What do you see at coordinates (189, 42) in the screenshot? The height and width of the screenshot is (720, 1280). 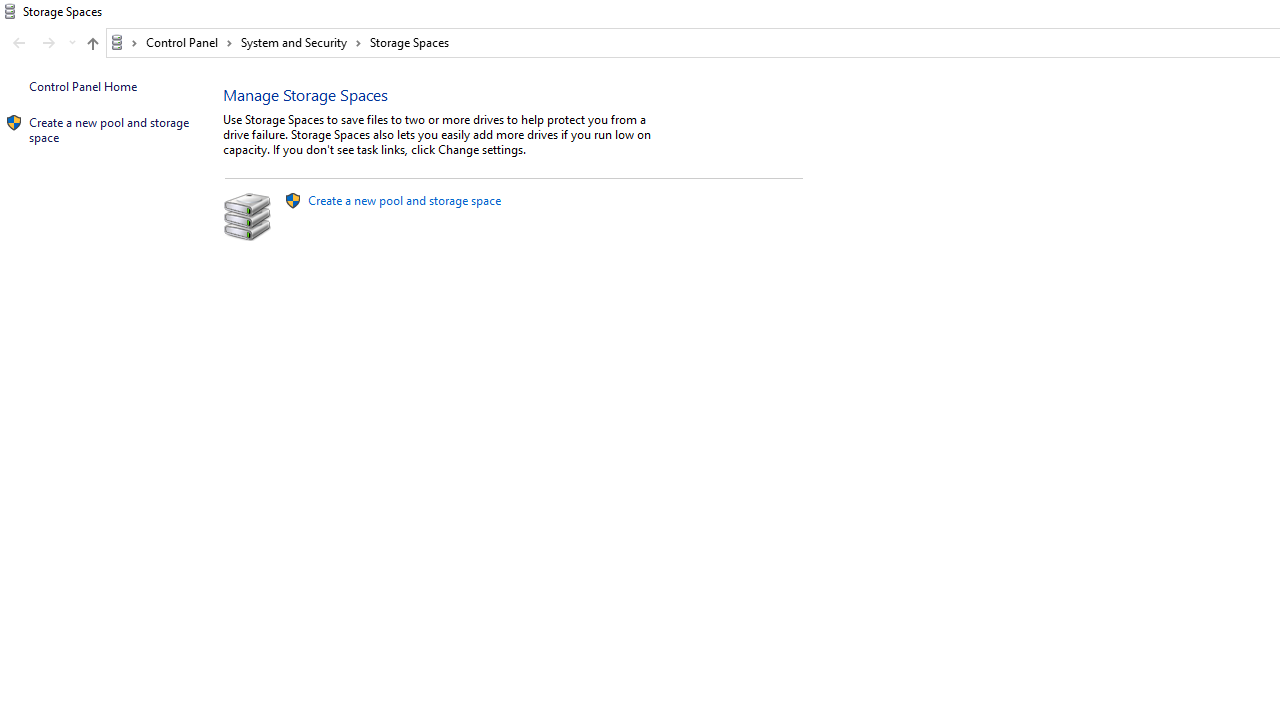 I see `'Control Panel'` at bounding box center [189, 42].